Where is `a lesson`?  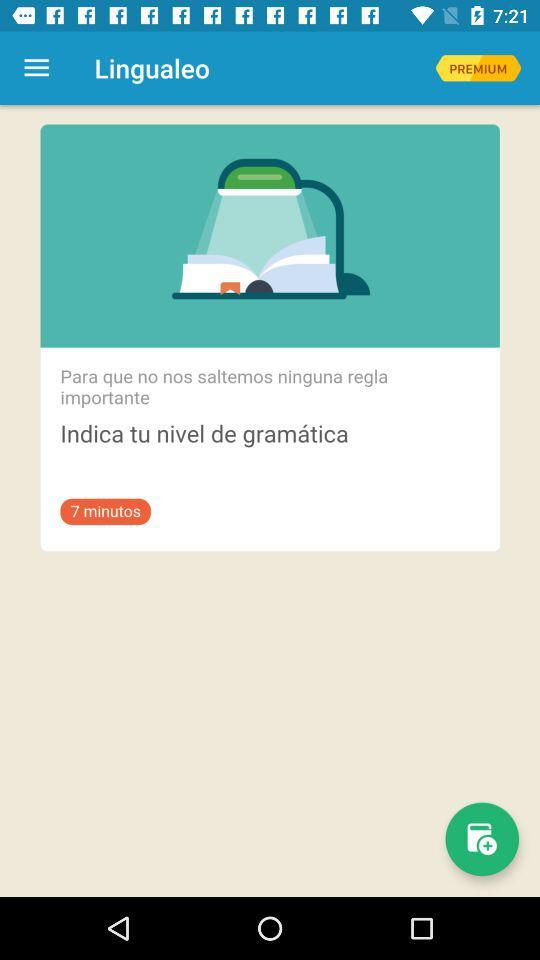
a lesson is located at coordinates (481, 839).